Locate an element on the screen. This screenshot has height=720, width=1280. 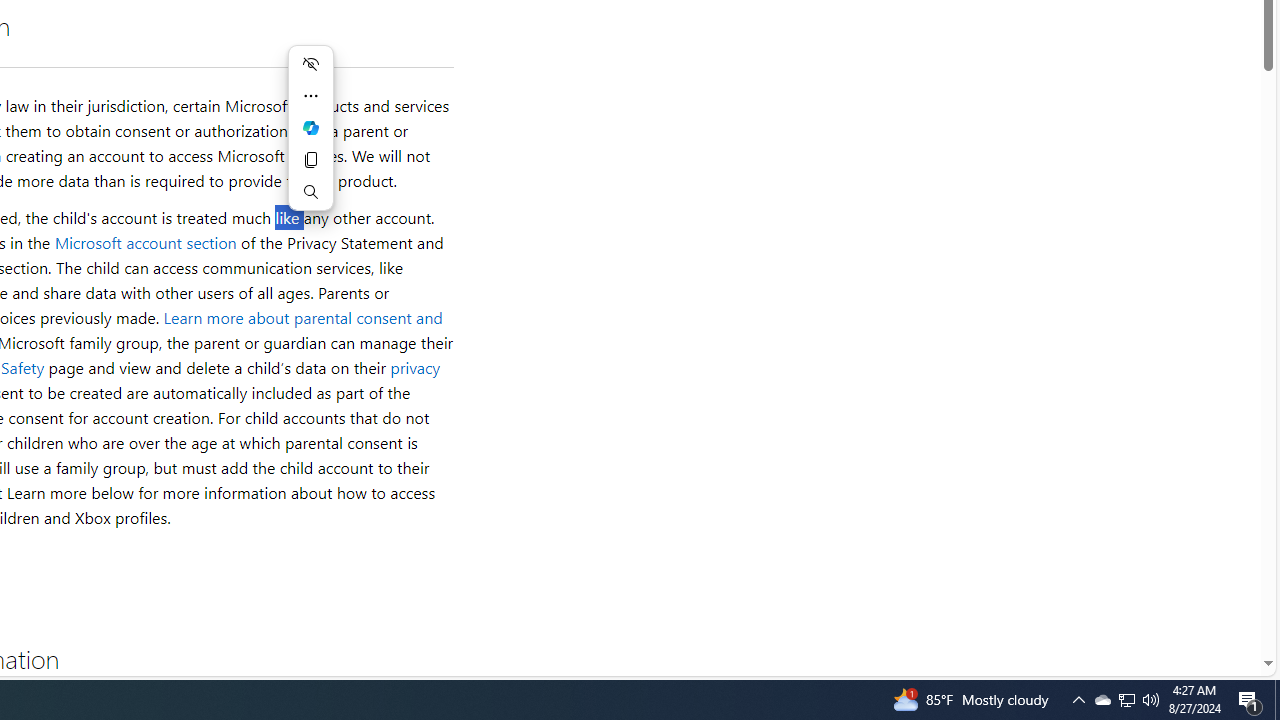
'Copy' is located at coordinates (310, 158).